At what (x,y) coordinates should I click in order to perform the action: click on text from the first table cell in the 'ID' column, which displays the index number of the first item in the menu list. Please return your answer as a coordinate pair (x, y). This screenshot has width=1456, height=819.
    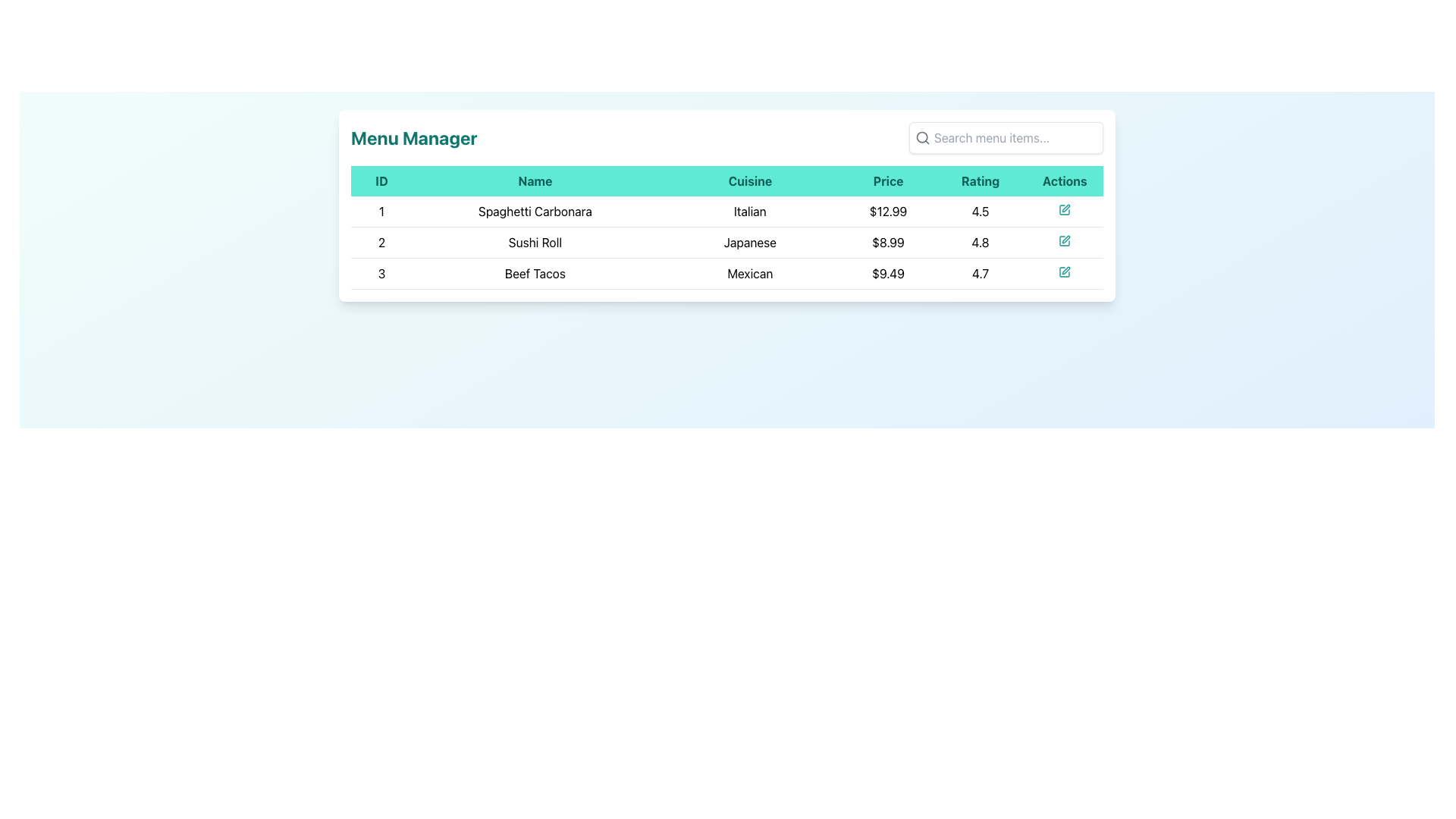
    Looking at the image, I should click on (381, 212).